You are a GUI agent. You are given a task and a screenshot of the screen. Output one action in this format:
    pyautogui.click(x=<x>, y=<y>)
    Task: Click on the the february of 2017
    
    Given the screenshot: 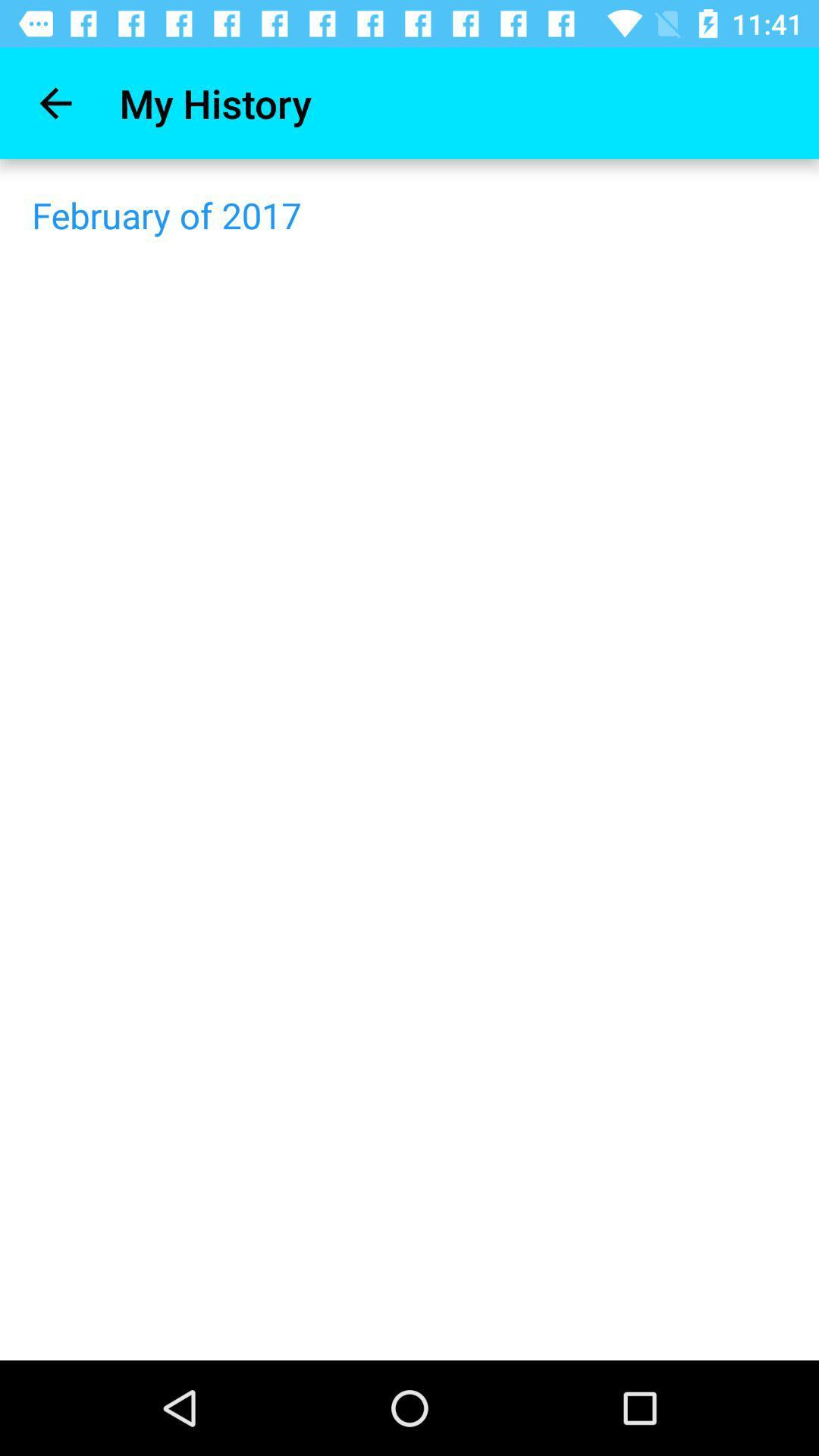 What is the action you would take?
    pyautogui.click(x=166, y=214)
    